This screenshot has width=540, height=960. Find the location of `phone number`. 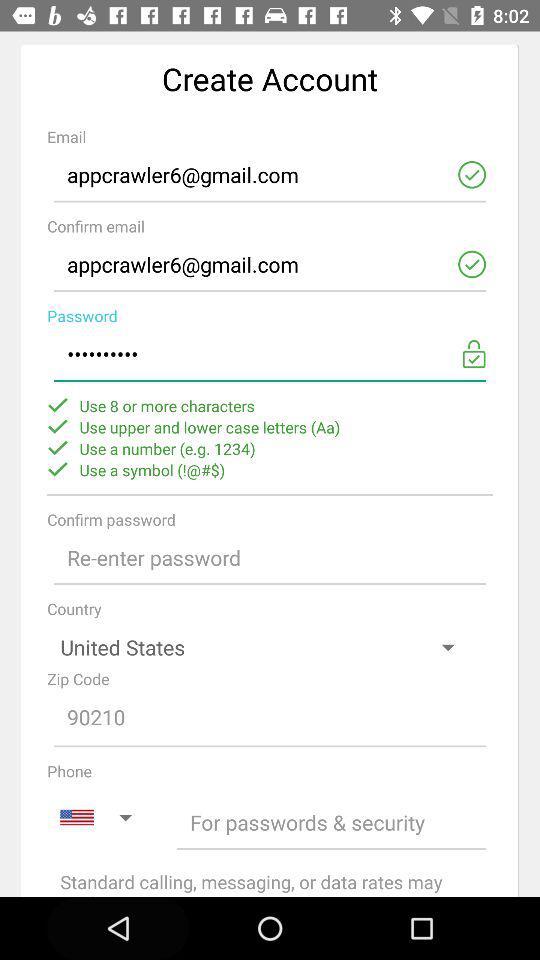

phone number is located at coordinates (331, 822).